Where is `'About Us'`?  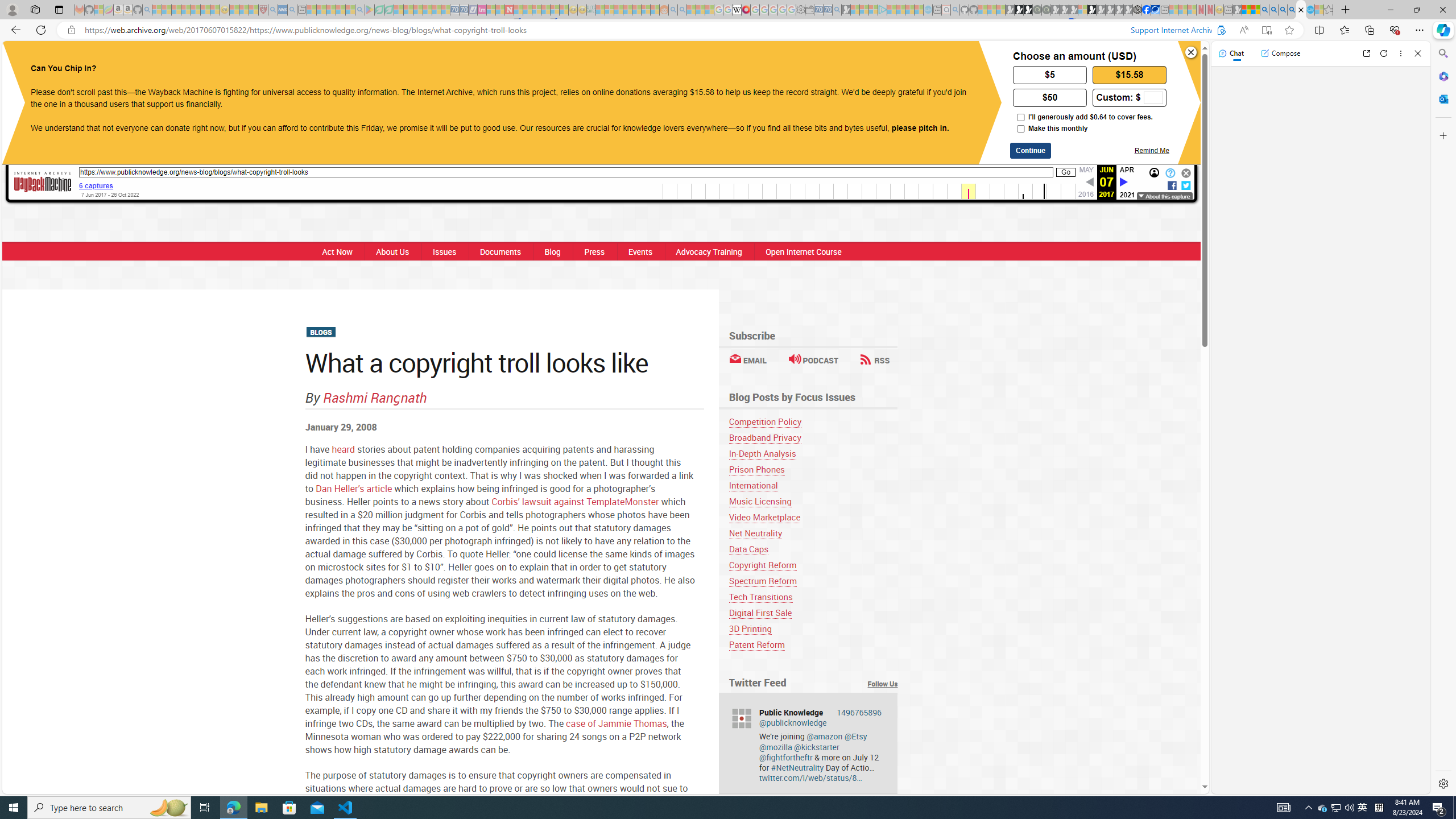
'About Us' is located at coordinates (392, 251).